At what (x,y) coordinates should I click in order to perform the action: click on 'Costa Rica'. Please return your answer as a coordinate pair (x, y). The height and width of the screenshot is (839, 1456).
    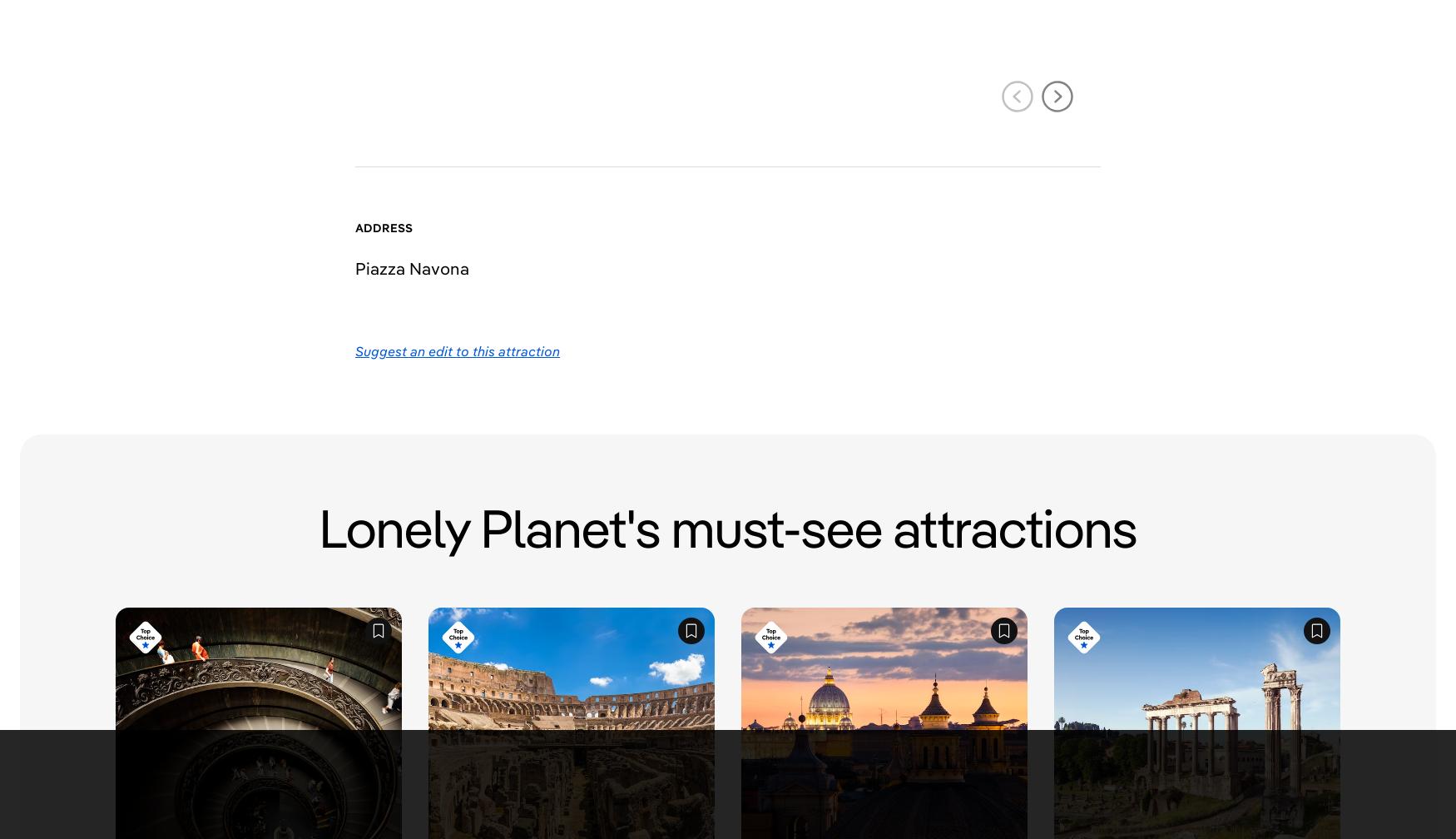
    Looking at the image, I should click on (632, 415).